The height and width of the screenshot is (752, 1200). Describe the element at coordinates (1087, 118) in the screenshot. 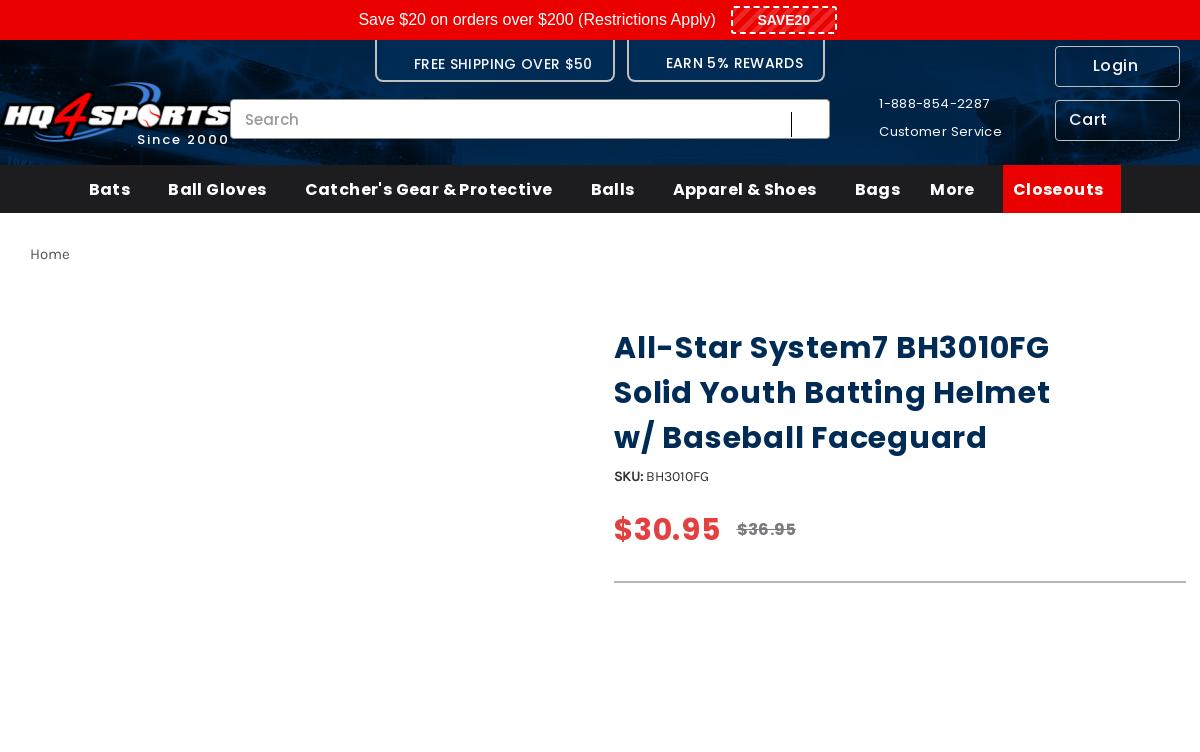

I see `'Cart'` at that location.